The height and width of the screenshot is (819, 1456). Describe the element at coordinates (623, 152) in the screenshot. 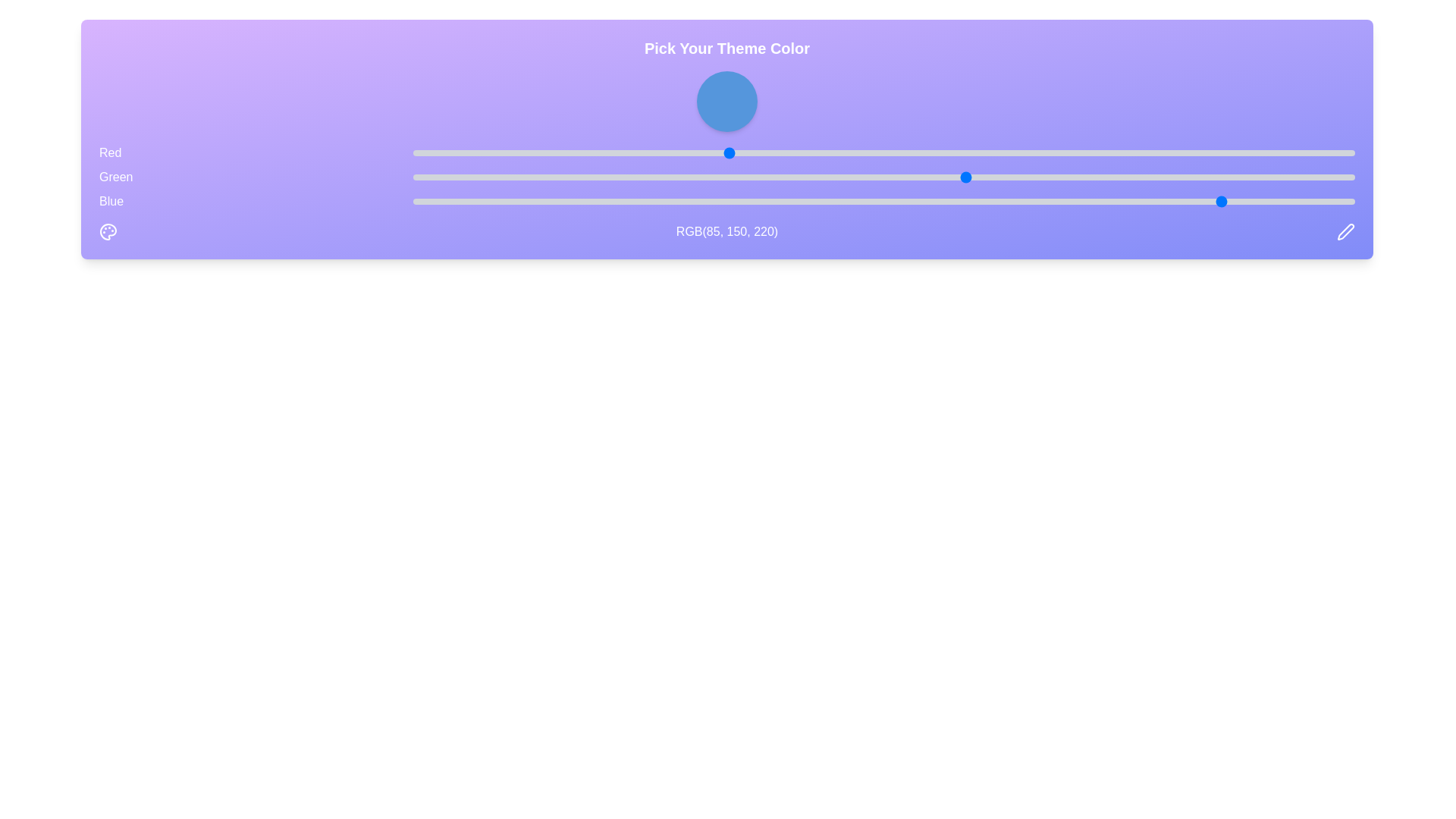

I see `the slider's value` at that location.